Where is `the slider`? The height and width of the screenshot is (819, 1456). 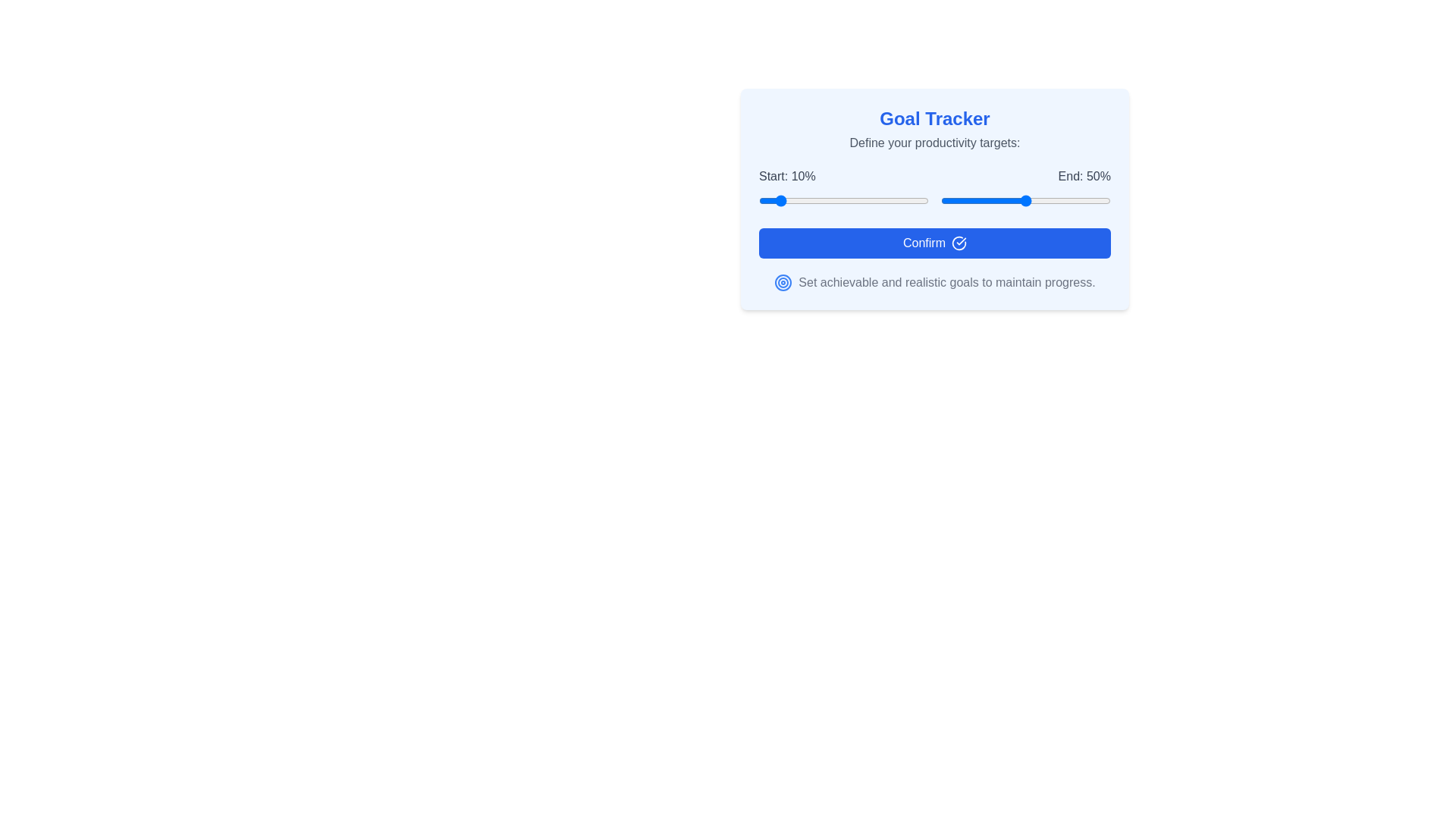 the slider is located at coordinates (1076, 200).